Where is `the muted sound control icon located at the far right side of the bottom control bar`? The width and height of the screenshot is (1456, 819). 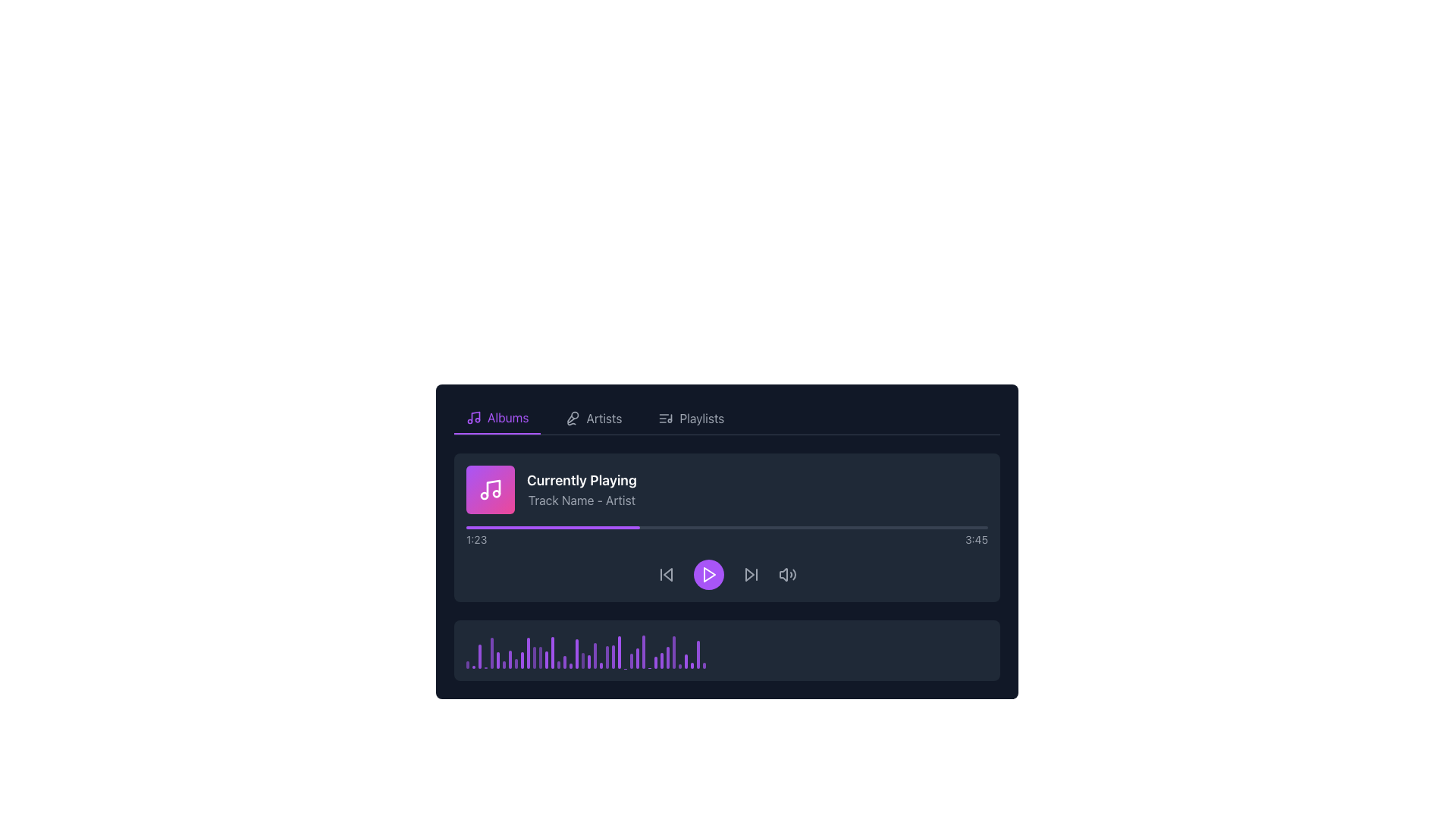
the muted sound control icon located at the far right side of the bottom control bar is located at coordinates (783, 575).